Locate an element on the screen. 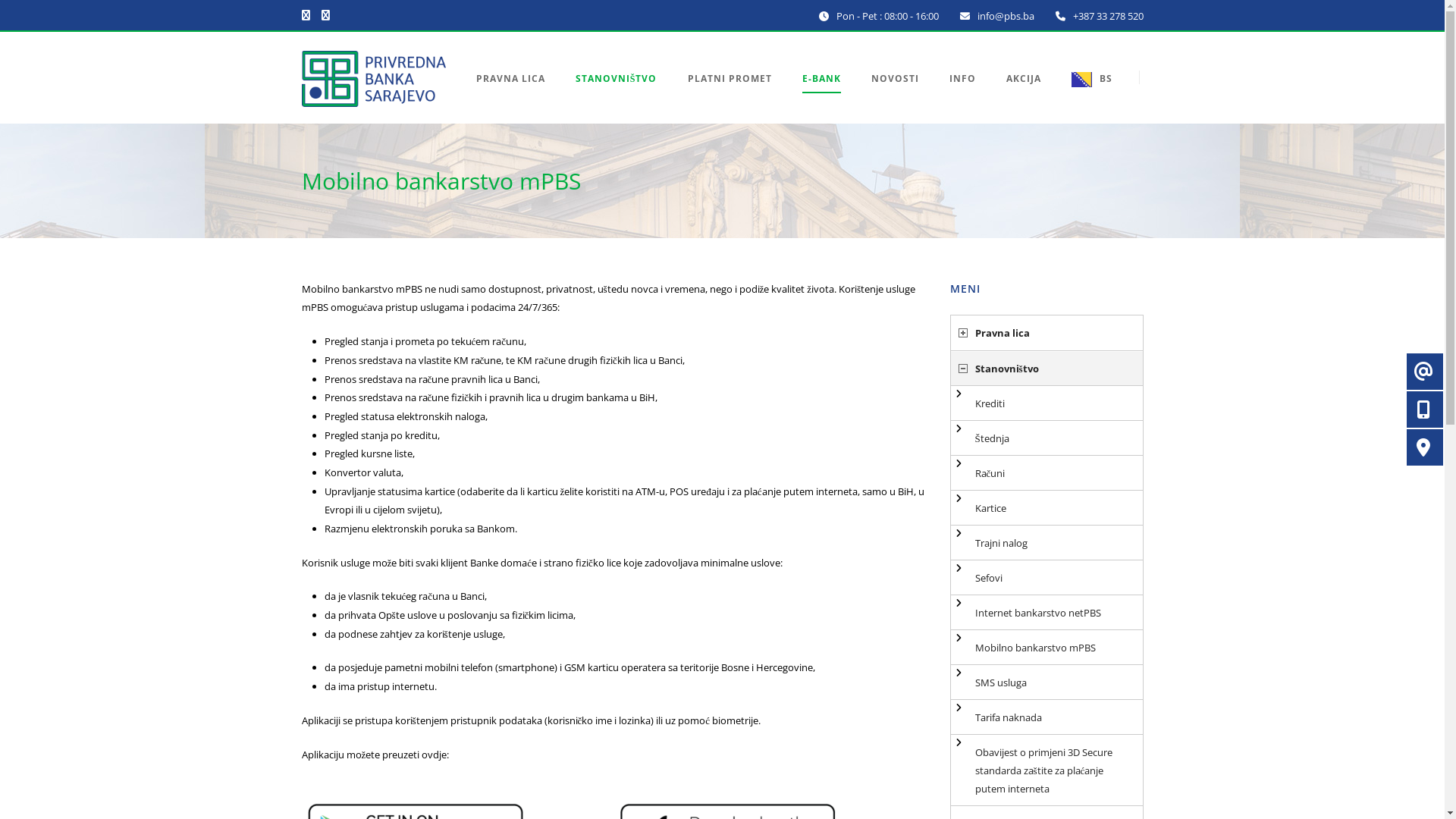  'AKCIJA' is located at coordinates (1022, 96).